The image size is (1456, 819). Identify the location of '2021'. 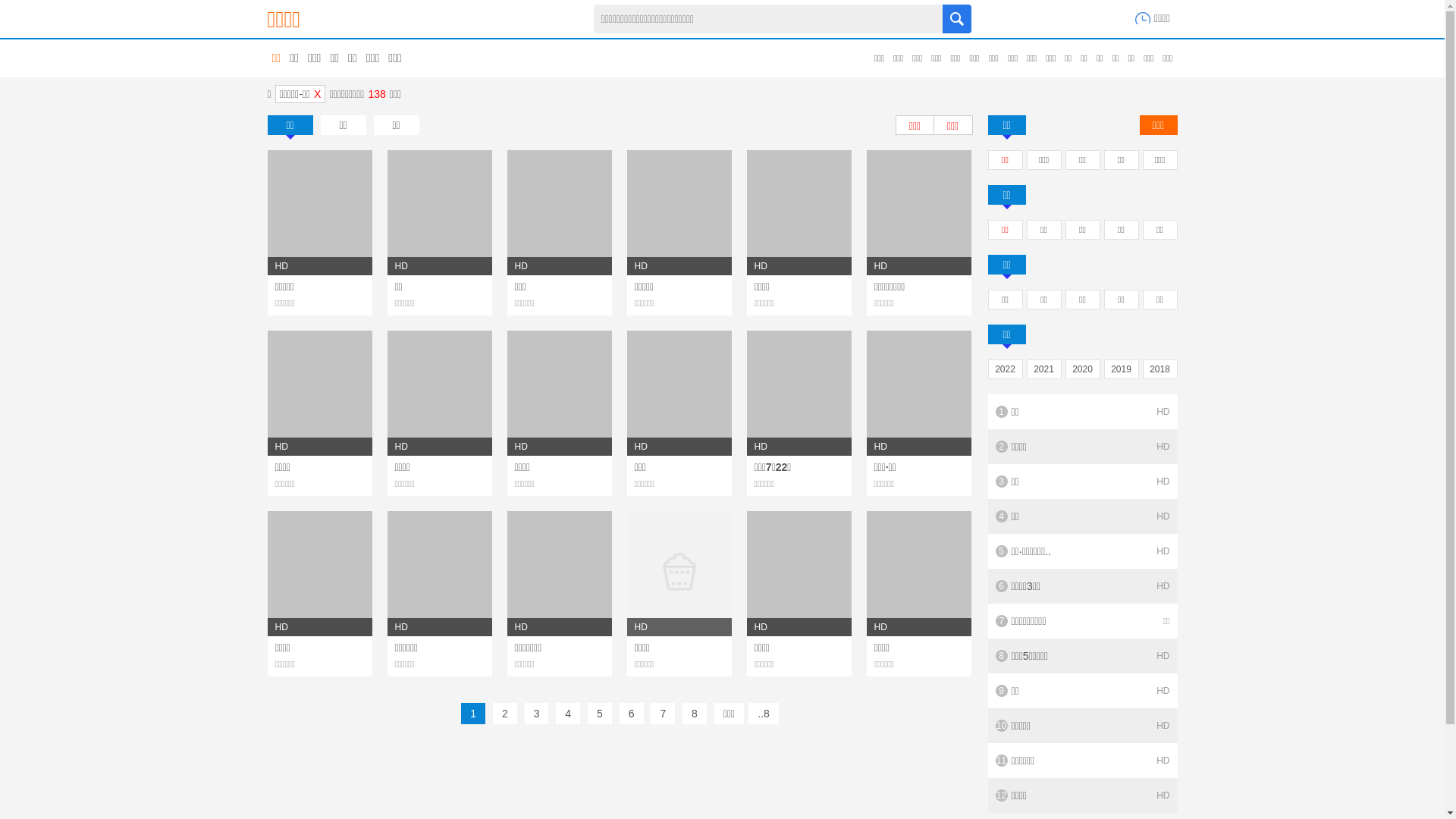
(1043, 369).